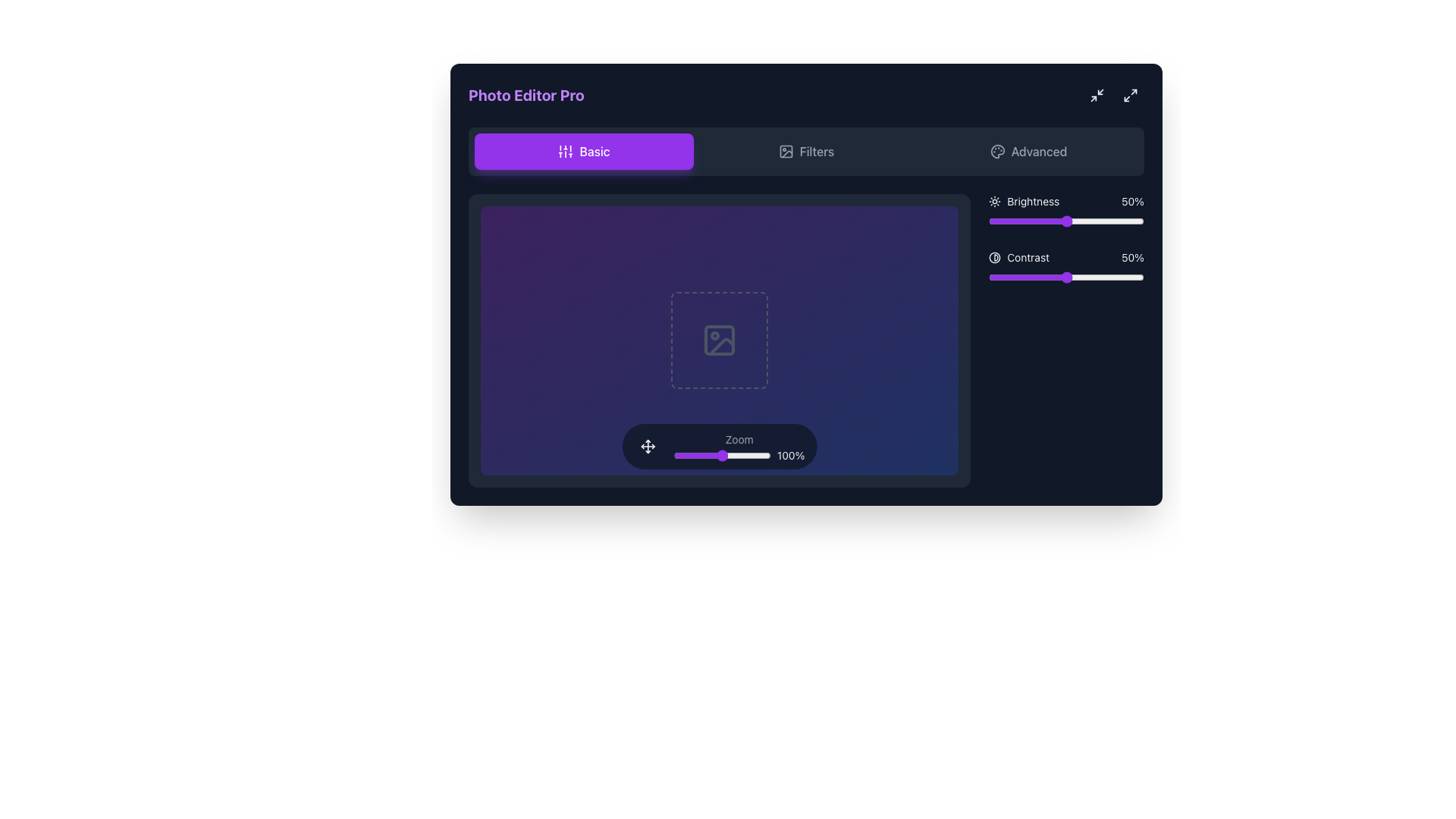 The width and height of the screenshot is (1456, 819). What do you see at coordinates (696, 454) in the screenshot?
I see `the zoom level` at bounding box center [696, 454].